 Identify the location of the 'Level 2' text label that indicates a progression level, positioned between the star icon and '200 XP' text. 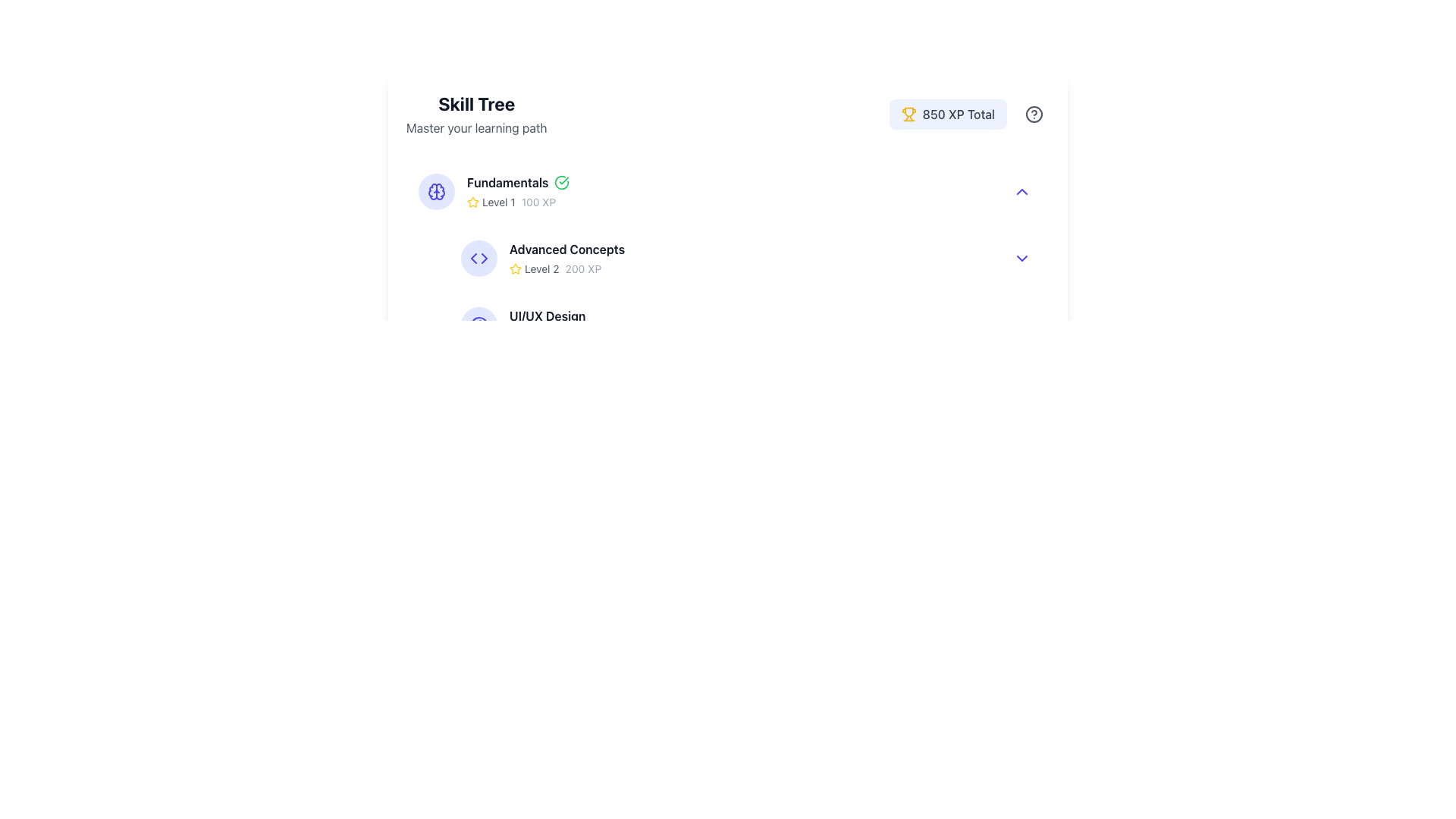
(541, 268).